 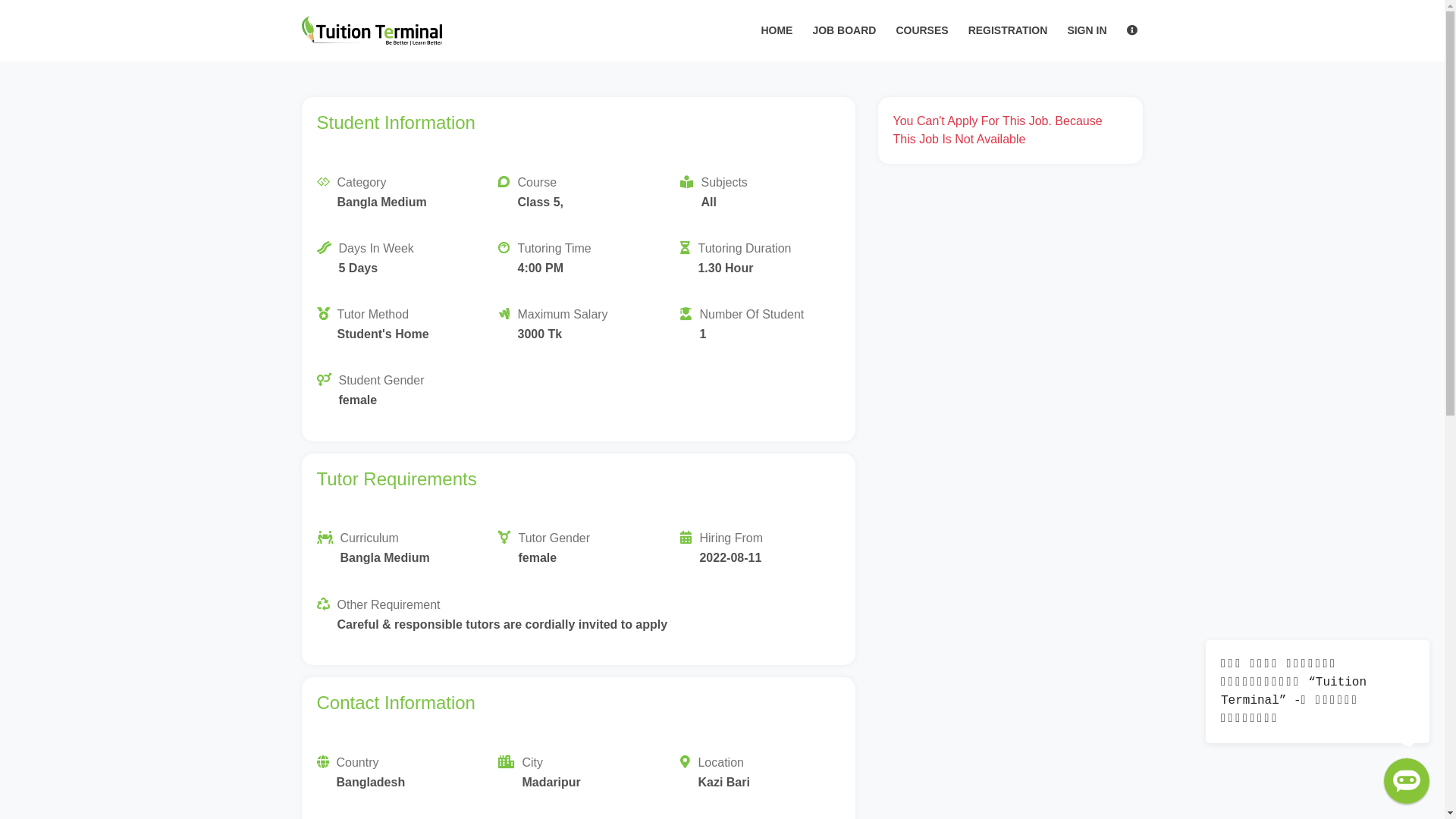 What do you see at coordinates (921, 30) in the screenshot?
I see `'COURSES'` at bounding box center [921, 30].